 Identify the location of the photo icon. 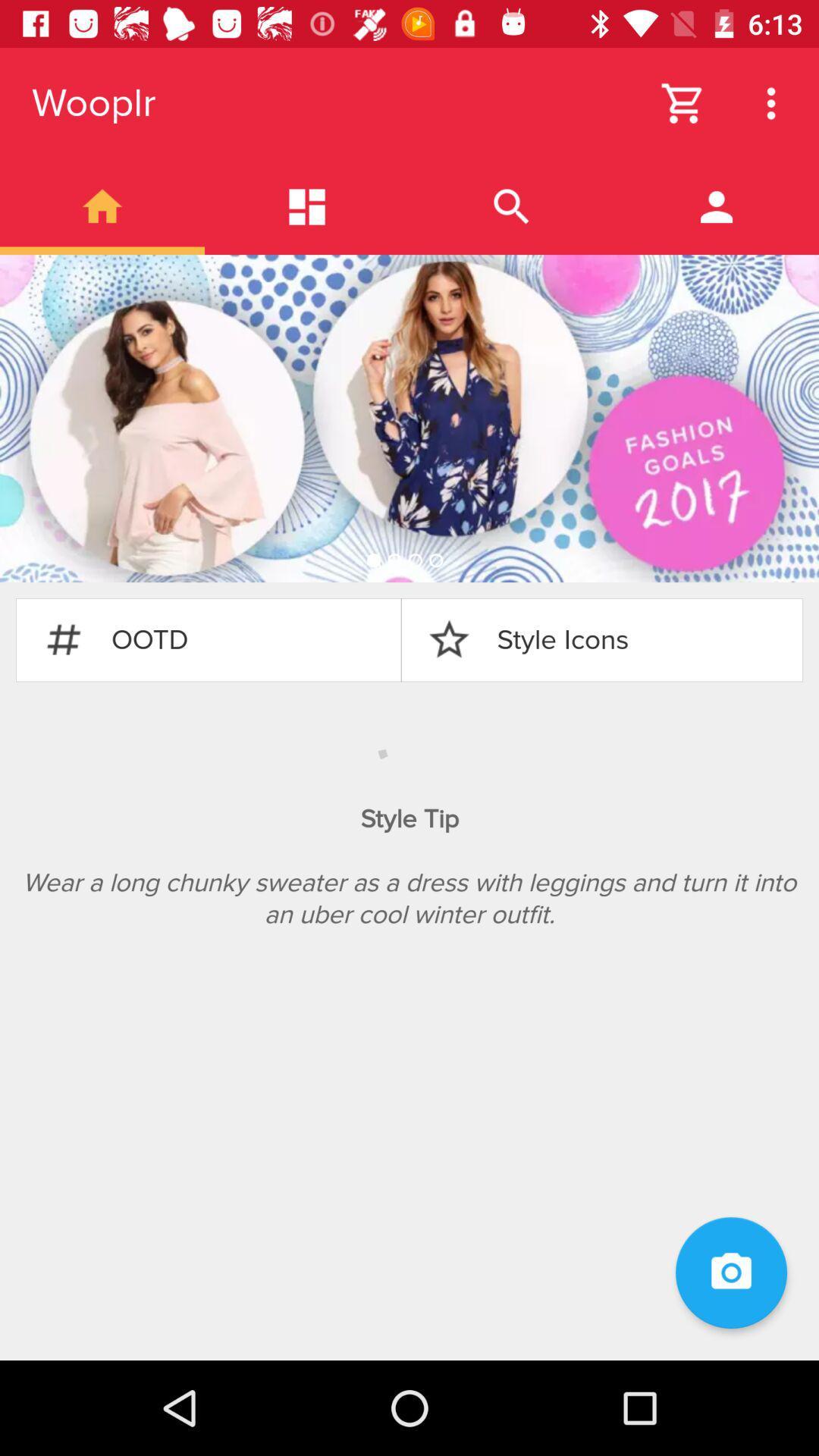
(730, 1272).